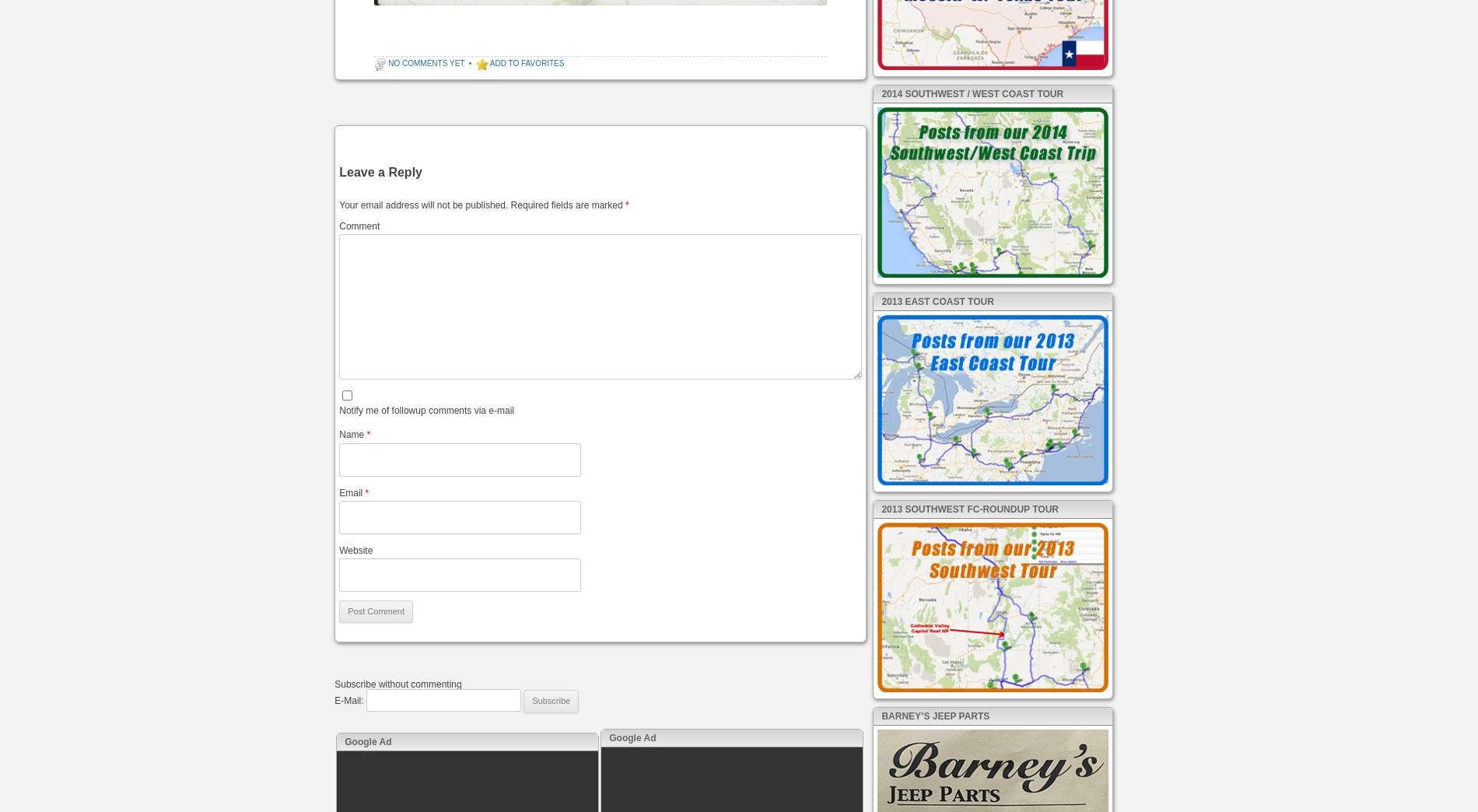 The width and height of the screenshot is (1478, 812). What do you see at coordinates (333, 684) in the screenshot?
I see `'Subscribe without commenting'` at bounding box center [333, 684].